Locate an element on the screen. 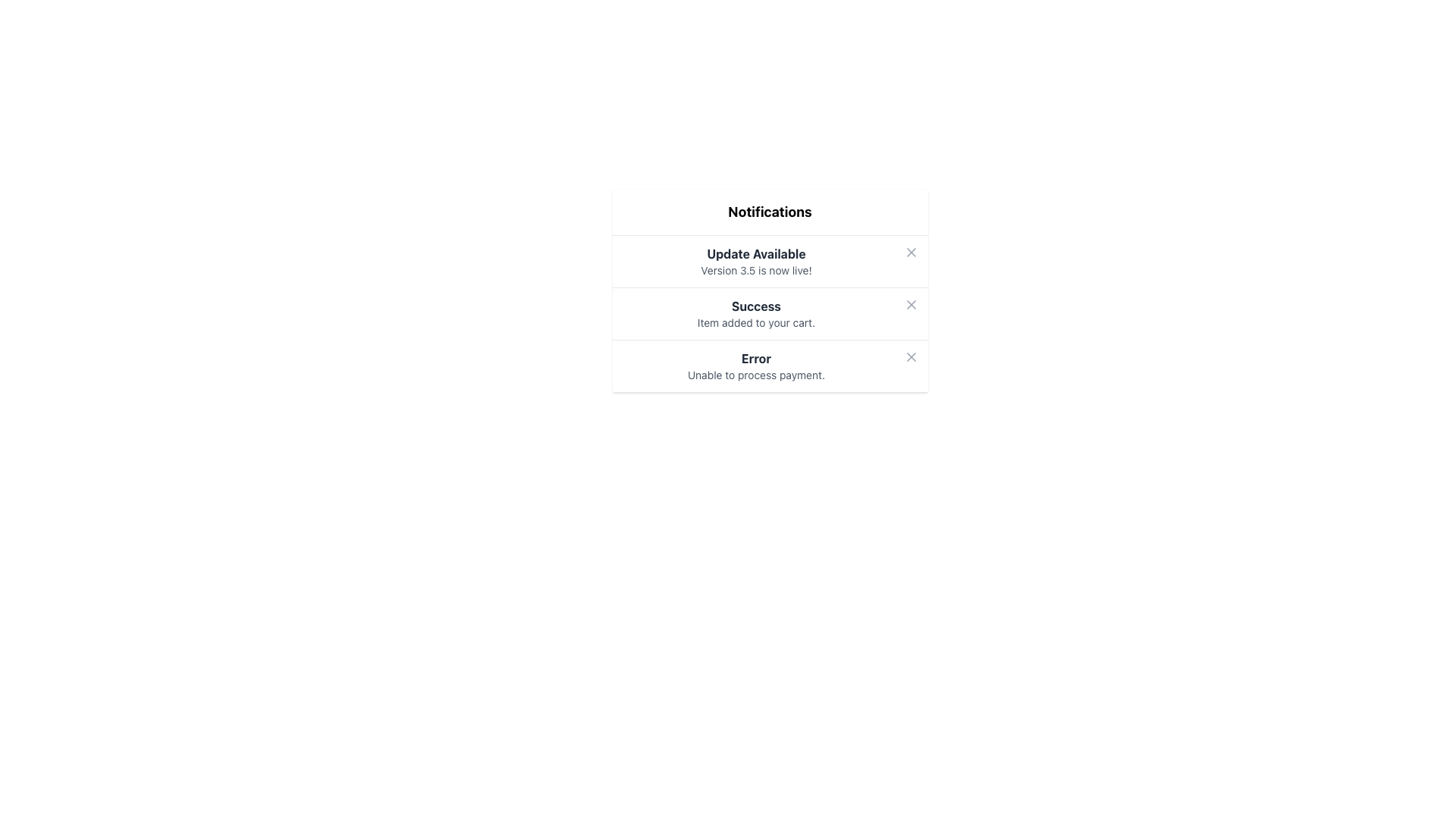  the dismiss button located on the far-right side of the 'Update Available' notification is located at coordinates (910, 251).